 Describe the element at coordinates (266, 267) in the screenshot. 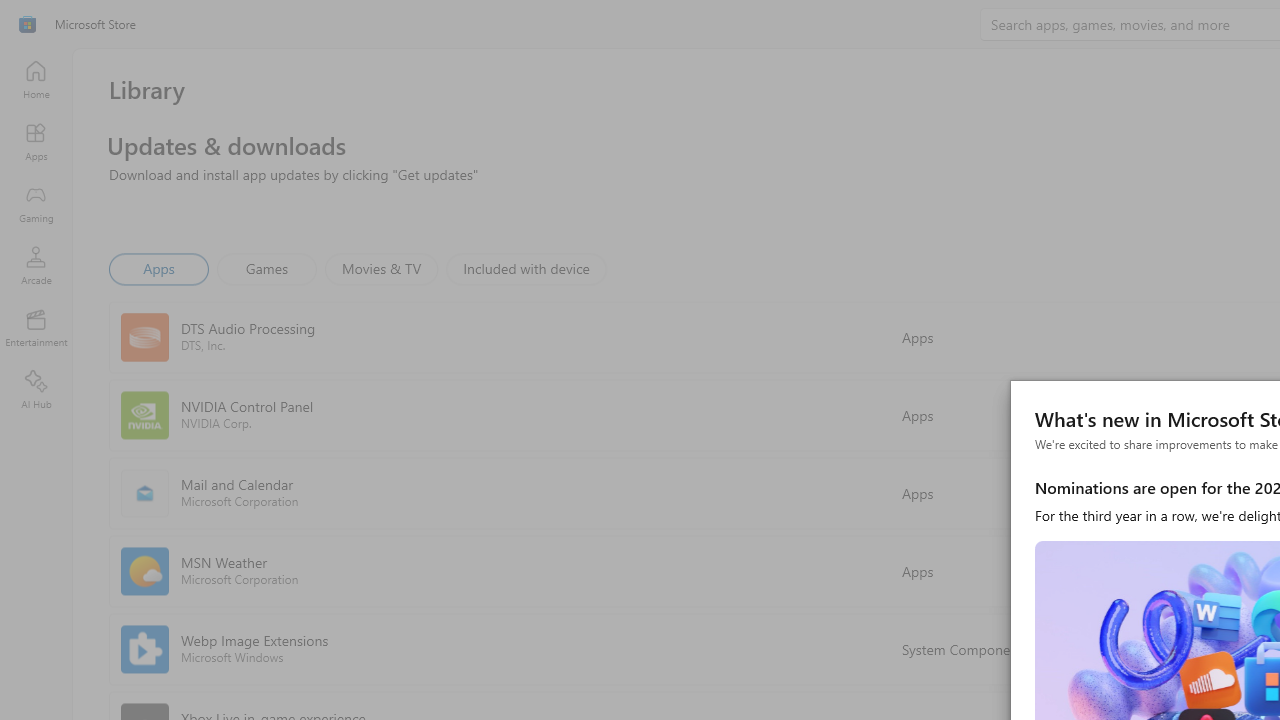

I see `'Games'` at that location.